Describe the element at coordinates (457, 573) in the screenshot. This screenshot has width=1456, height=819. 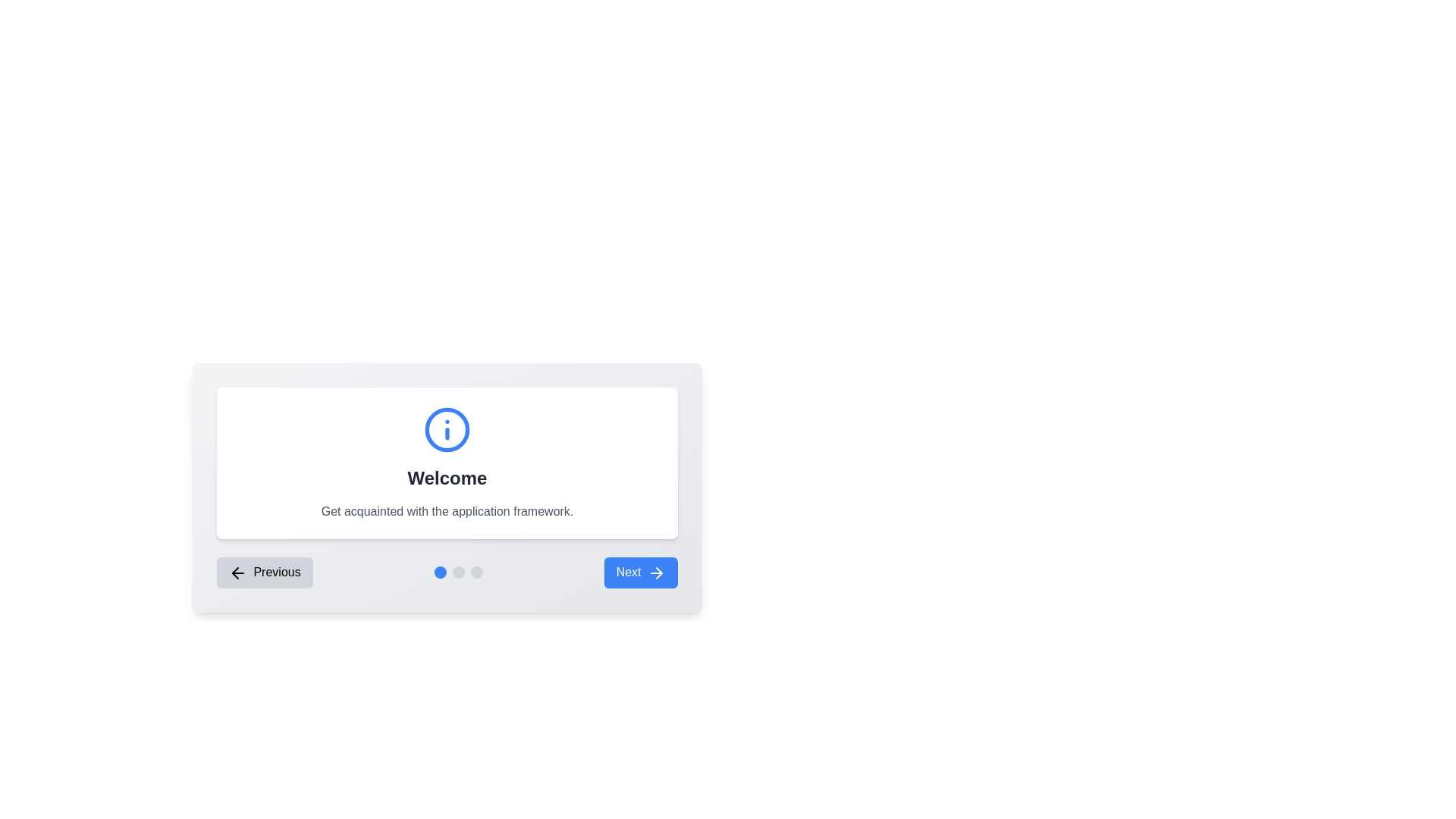
I see `the second pagination indicator dot, which is a small circular dot with a gray background located at the center bottom of the interface` at that location.